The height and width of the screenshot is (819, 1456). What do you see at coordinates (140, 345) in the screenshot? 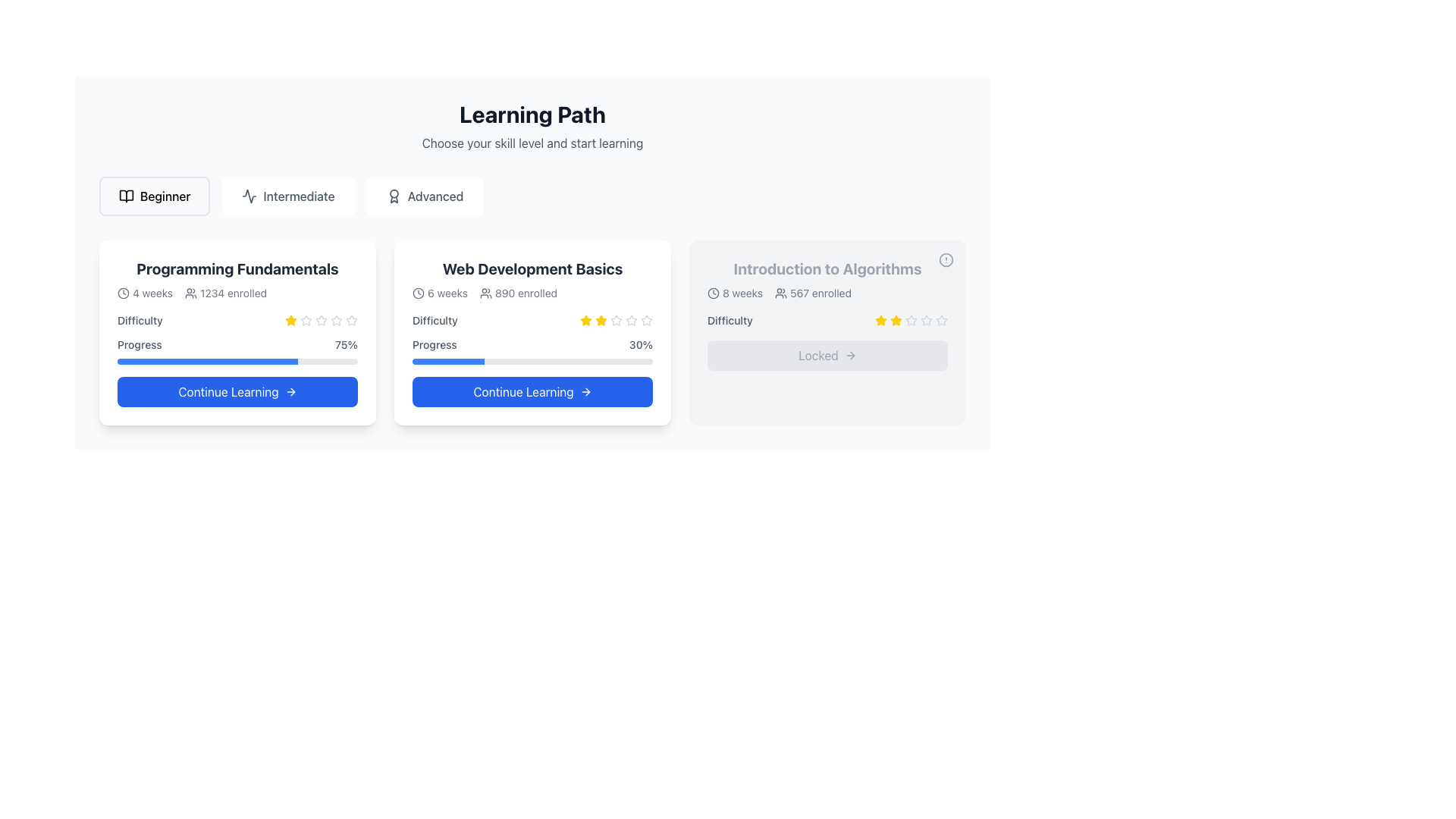
I see `the Text label that describes the meaning of the progress bar in the 'Programming Fundamentals' section, located above the progress bar and below the 'Difficulty' label` at bounding box center [140, 345].